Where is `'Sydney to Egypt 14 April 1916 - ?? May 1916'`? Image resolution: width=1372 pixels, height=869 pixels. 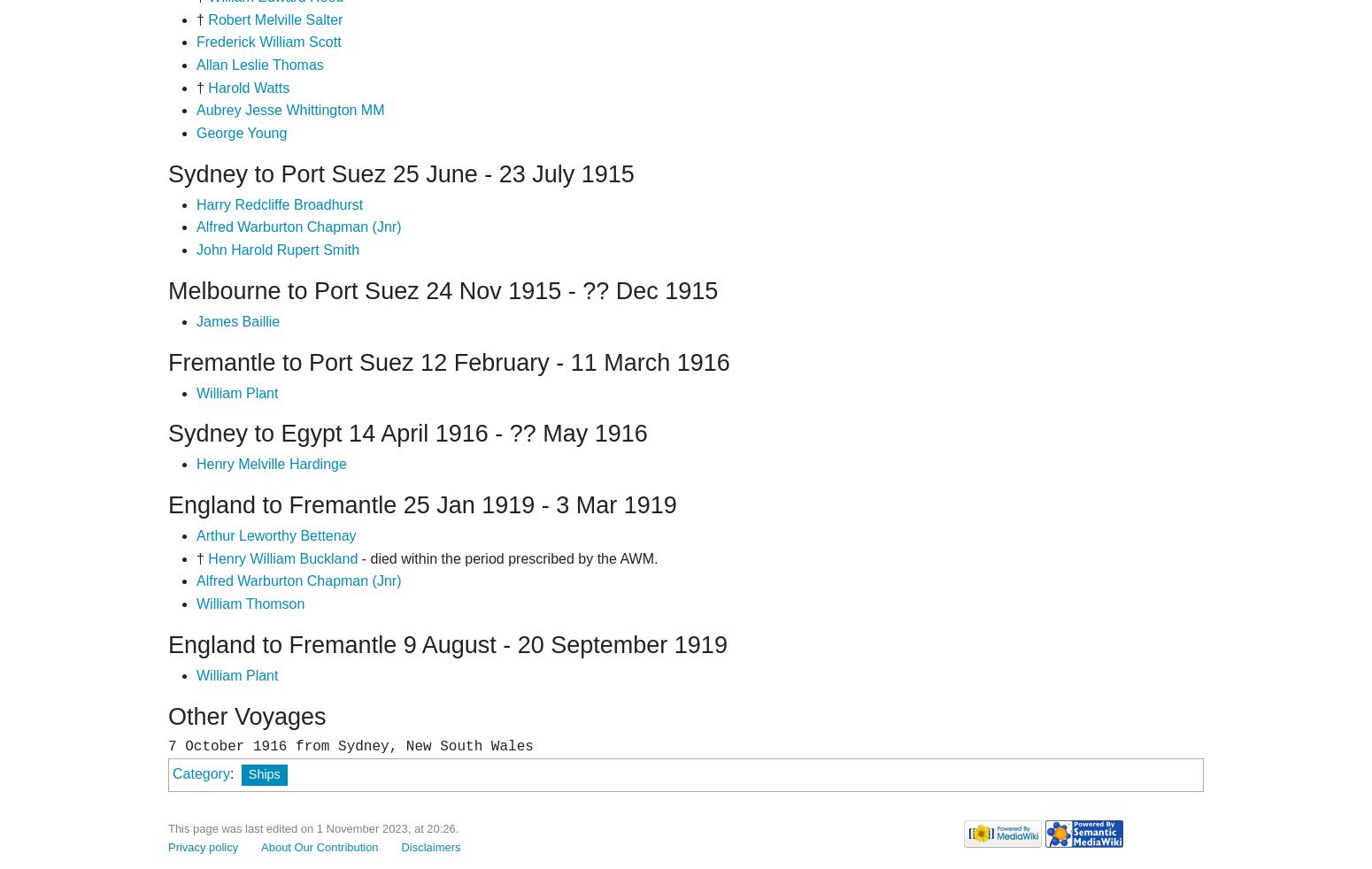
'Sydney to Egypt 14 April 1916 - ?? May 1916' is located at coordinates (407, 434).